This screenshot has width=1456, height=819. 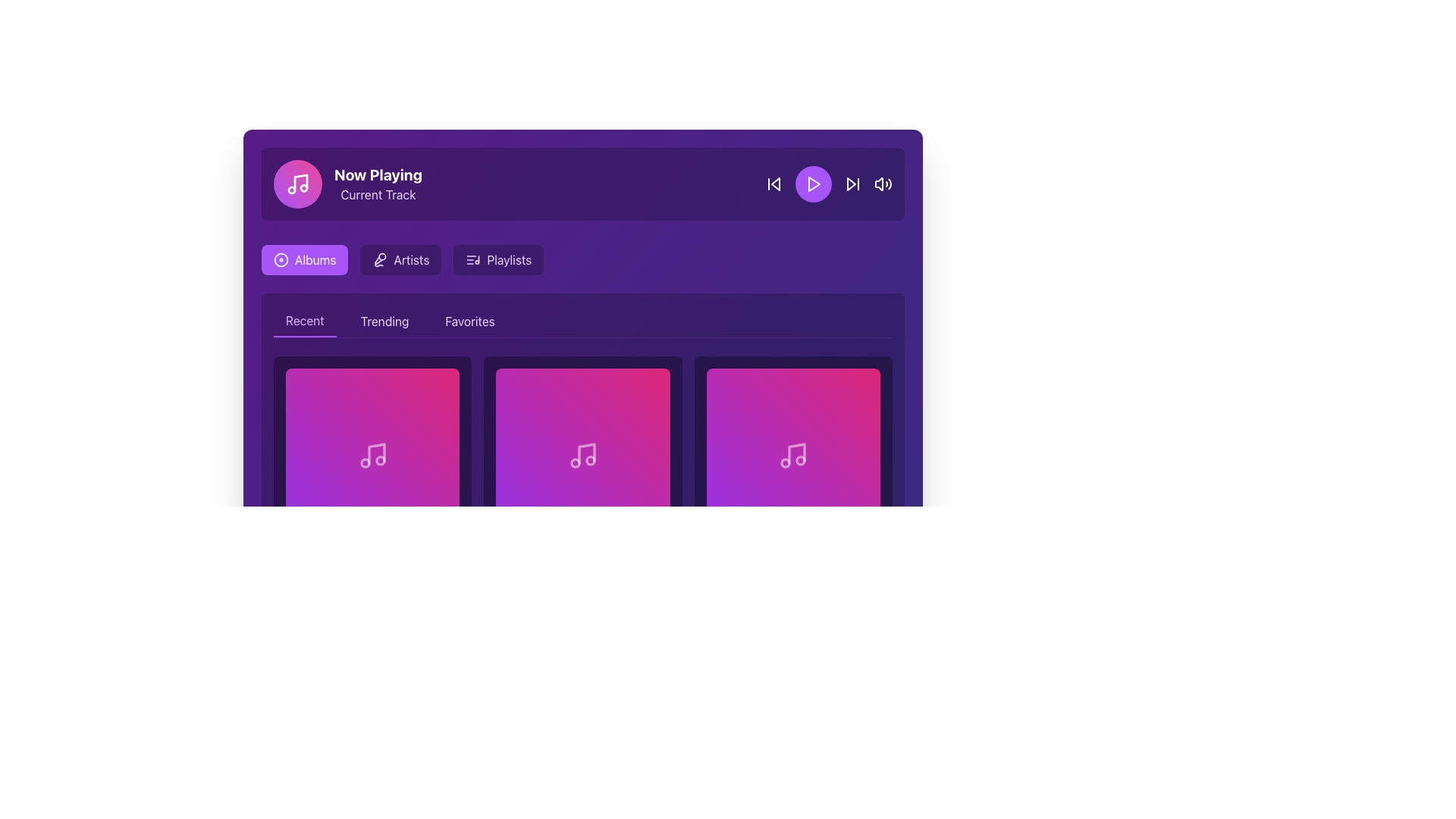 I want to click on small circle SVG element that is the leftmost of two circular components at the bottom-right of the music icon, so click(x=786, y=462).